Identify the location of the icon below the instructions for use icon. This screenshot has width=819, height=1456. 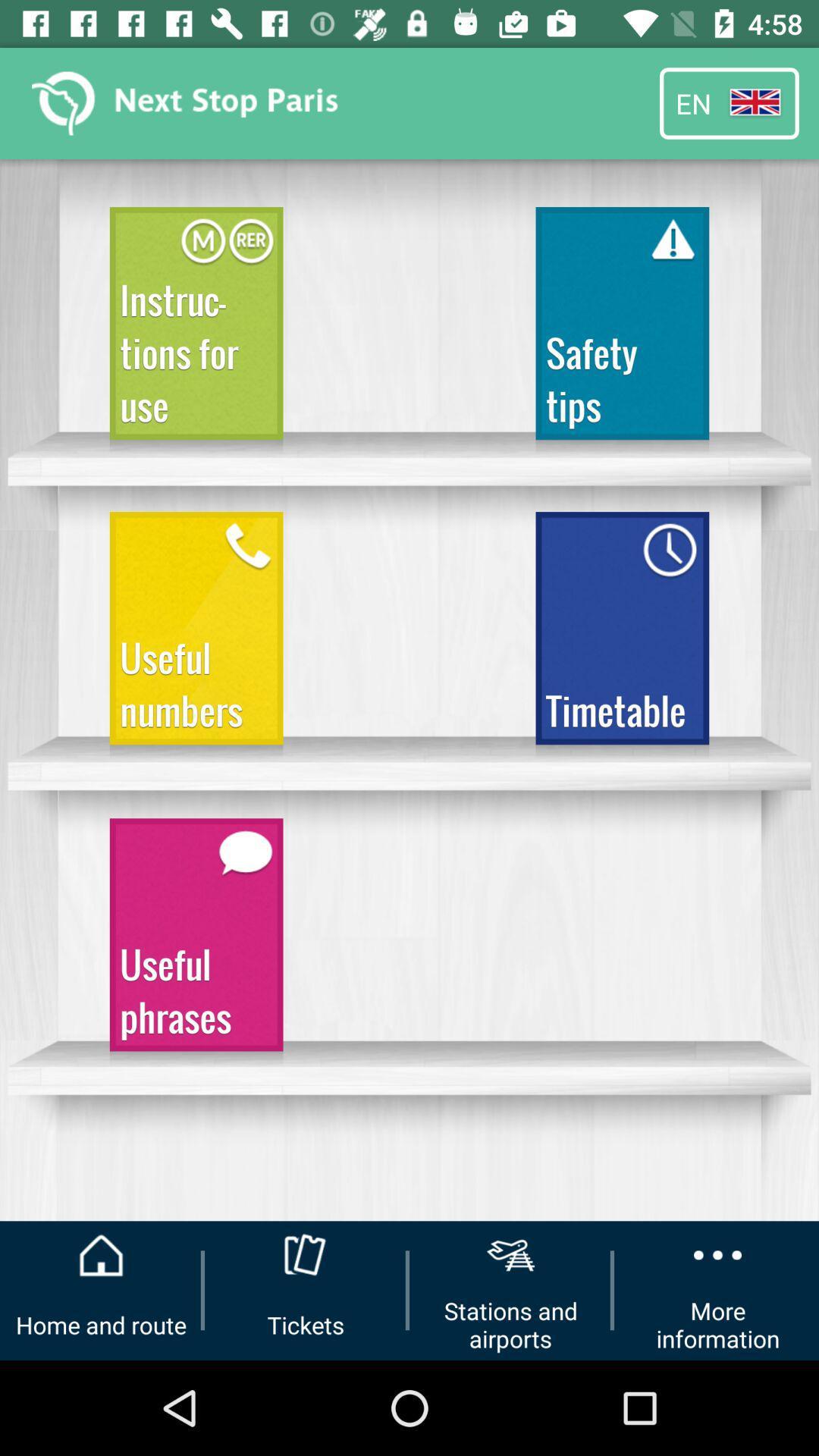
(196, 635).